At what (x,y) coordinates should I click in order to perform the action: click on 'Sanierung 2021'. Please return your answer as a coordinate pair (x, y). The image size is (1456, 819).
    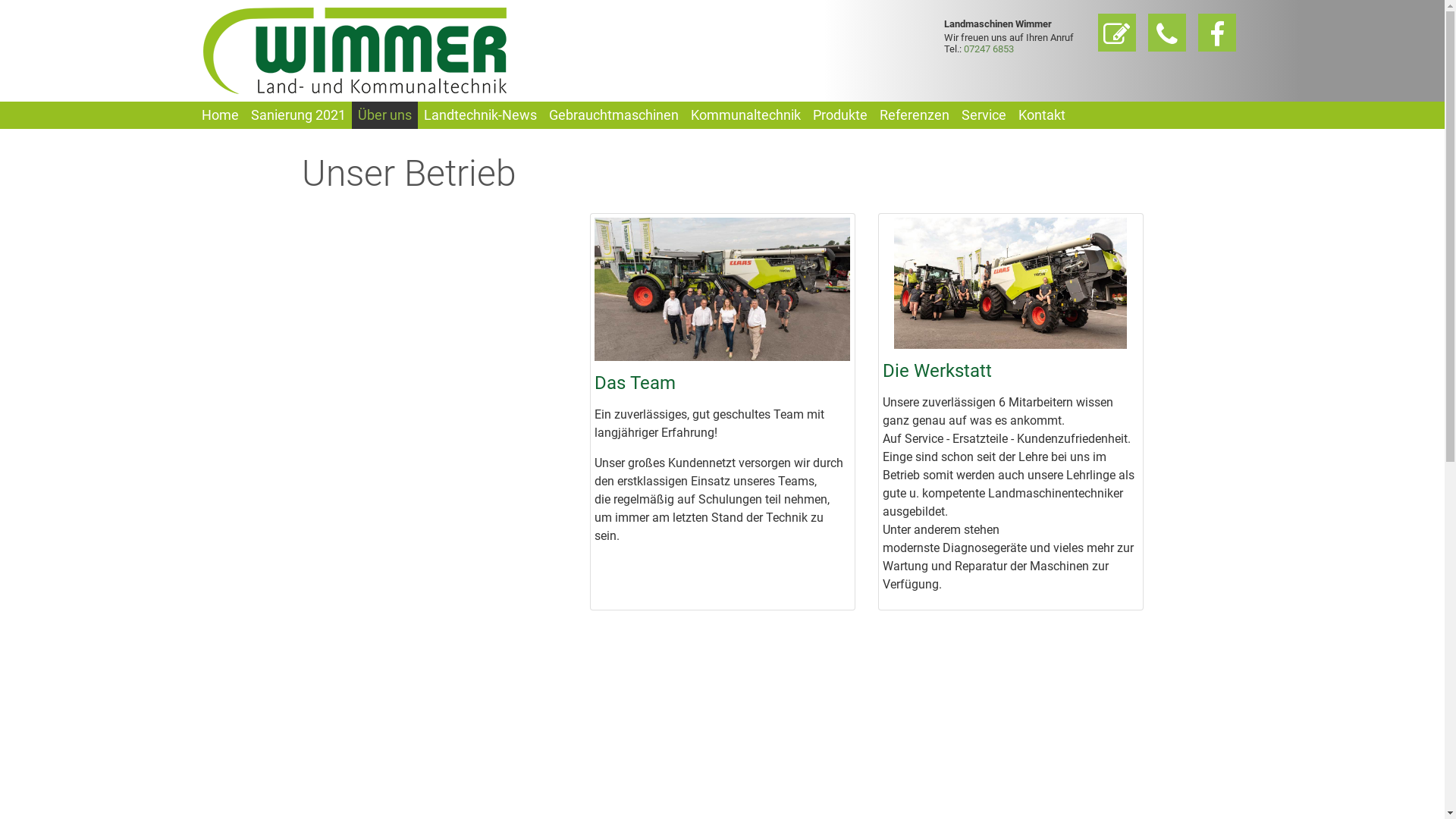
    Looking at the image, I should click on (297, 114).